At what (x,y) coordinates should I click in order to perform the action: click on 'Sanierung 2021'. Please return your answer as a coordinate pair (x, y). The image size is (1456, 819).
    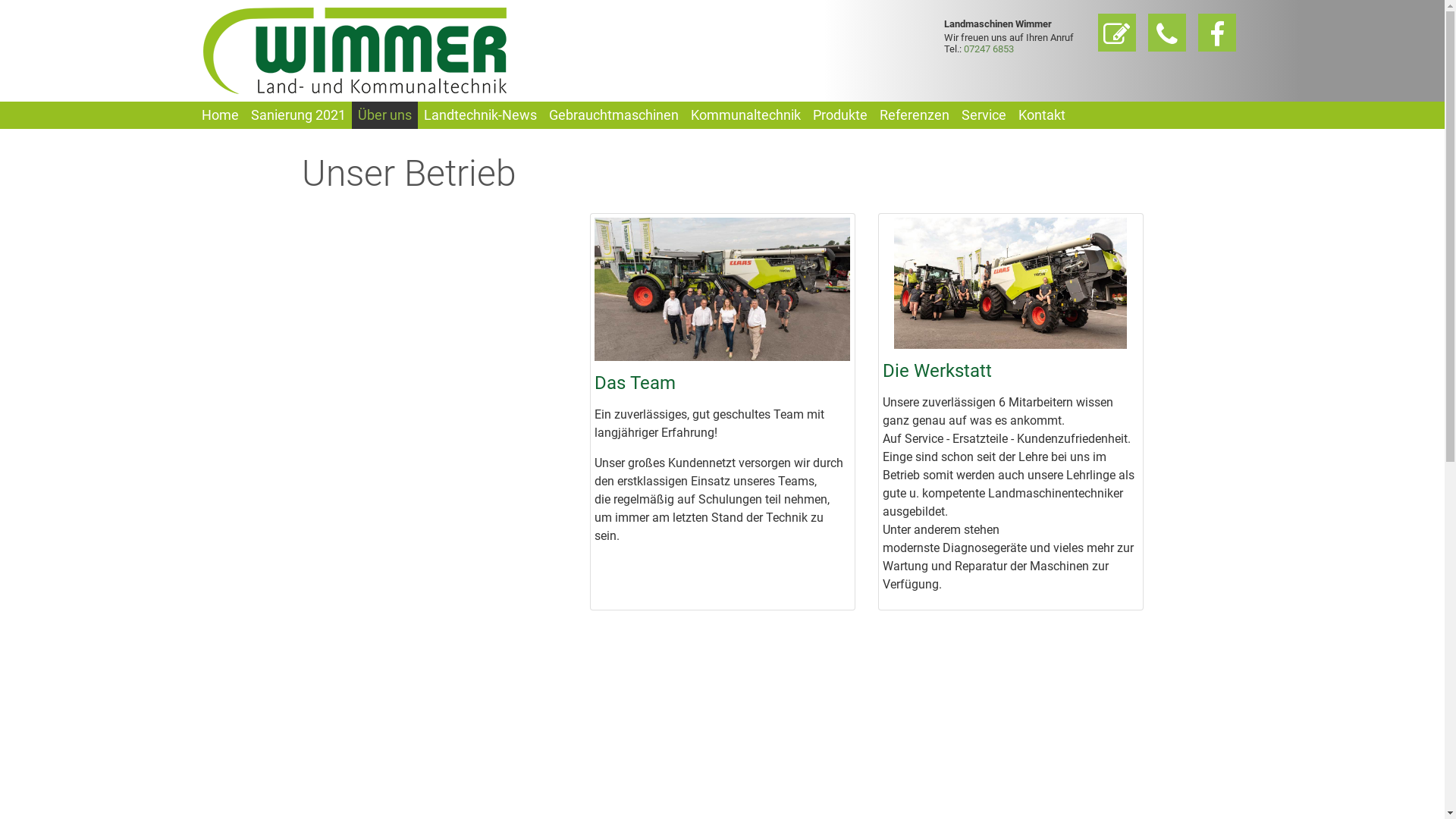
    Looking at the image, I should click on (297, 114).